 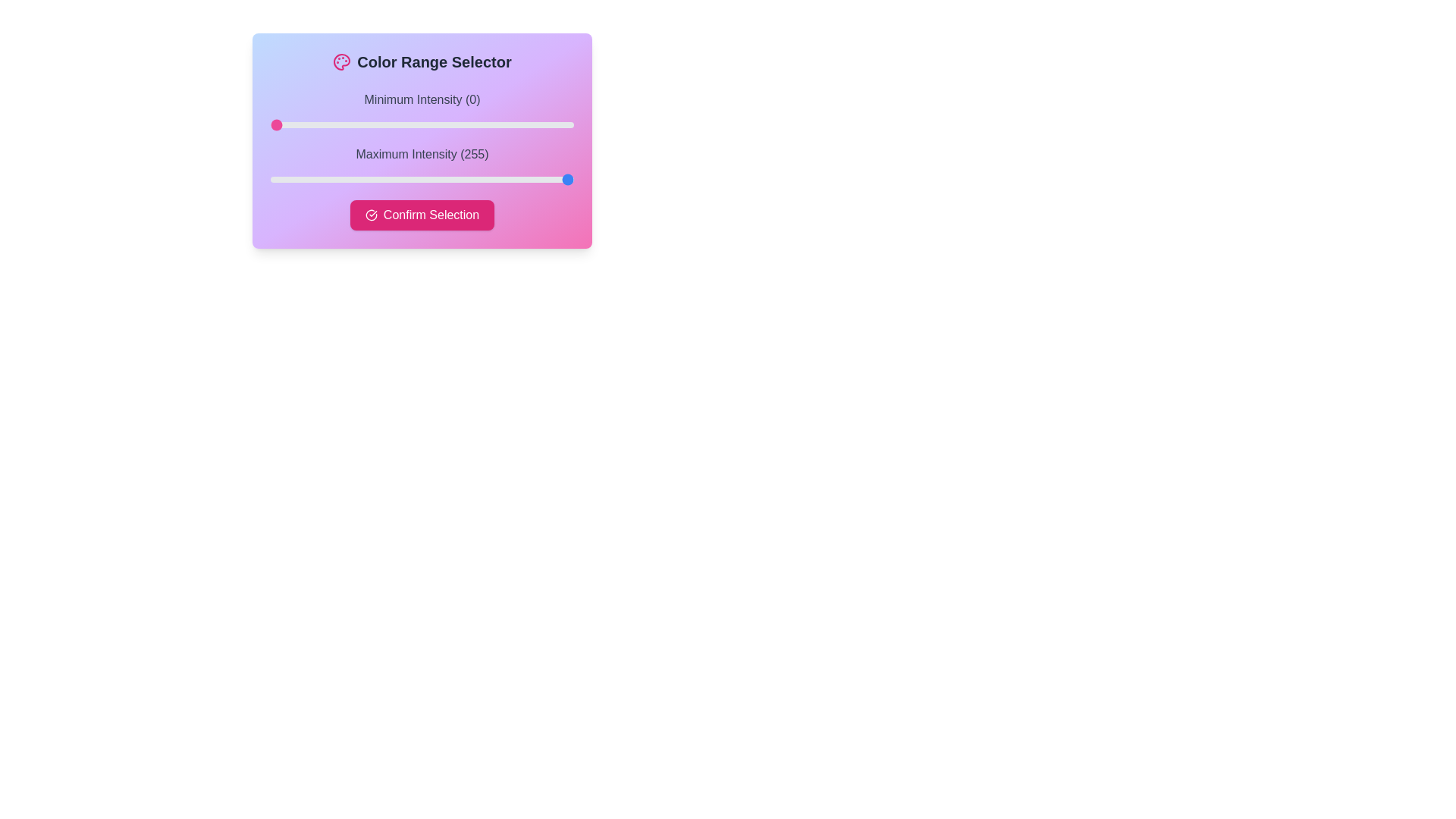 What do you see at coordinates (491, 124) in the screenshot?
I see `the slider to set the intensity to 186` at bounding box center [491, 124].